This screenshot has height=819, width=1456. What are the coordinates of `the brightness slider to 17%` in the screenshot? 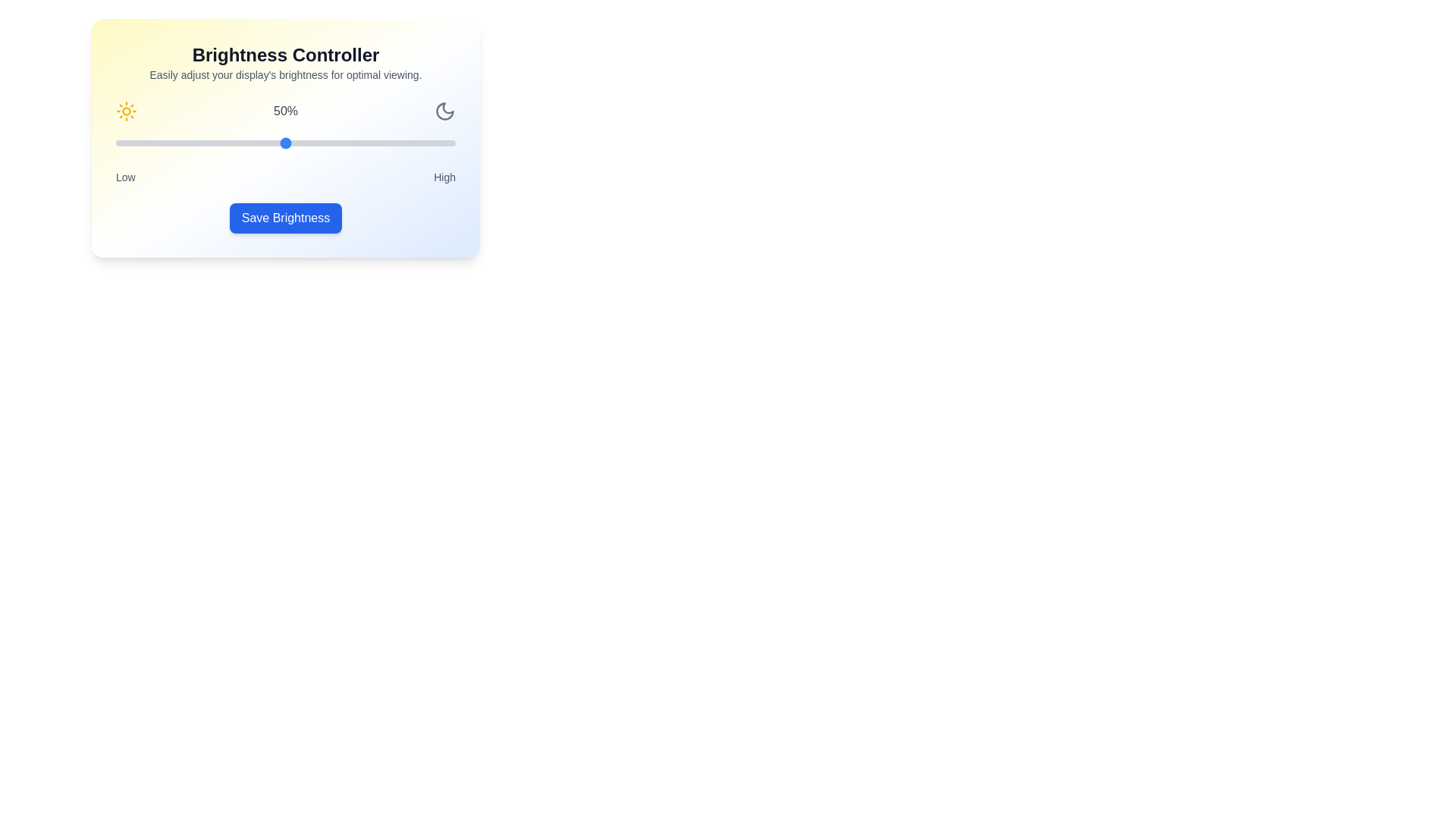 It's located at (174, 143).